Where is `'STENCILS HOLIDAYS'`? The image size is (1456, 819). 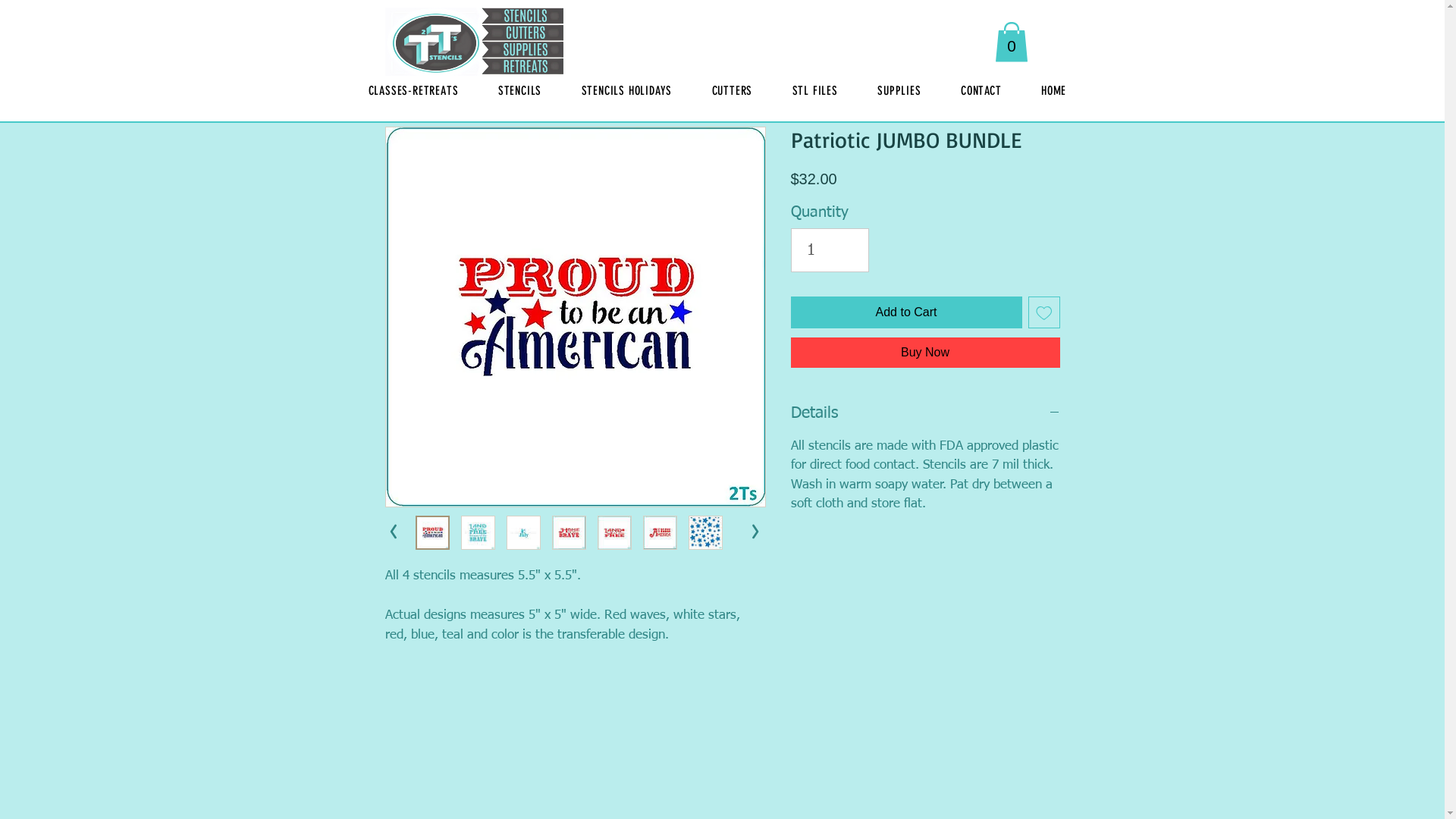 'STENCILS HOLIDAYS' is located at coordinates (626, 90).